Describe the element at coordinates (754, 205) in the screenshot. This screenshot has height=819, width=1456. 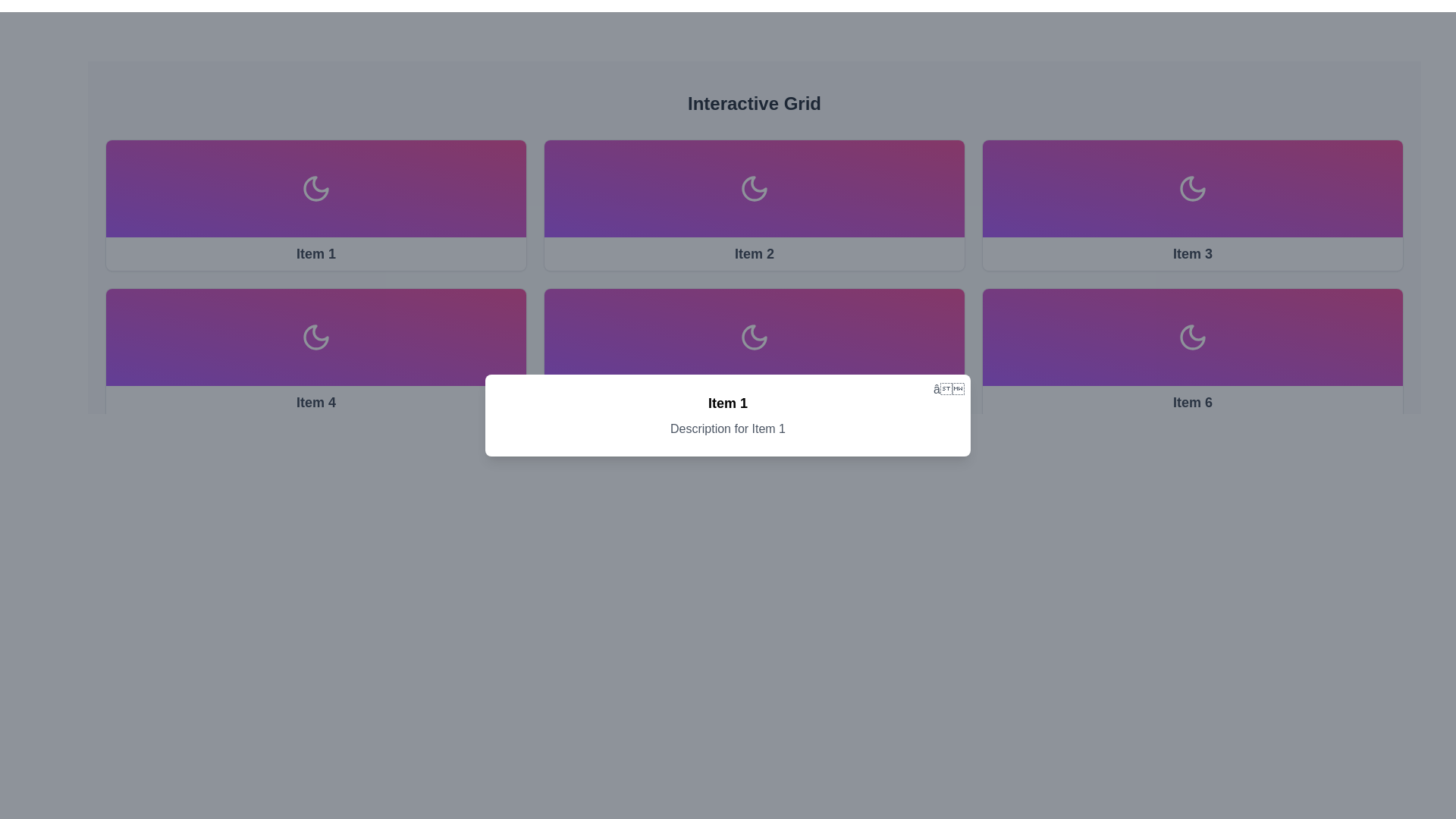
I see `the second card in the grid layout, which features a white moon icon and the text label 'Item 2' at the bottom` at that location.